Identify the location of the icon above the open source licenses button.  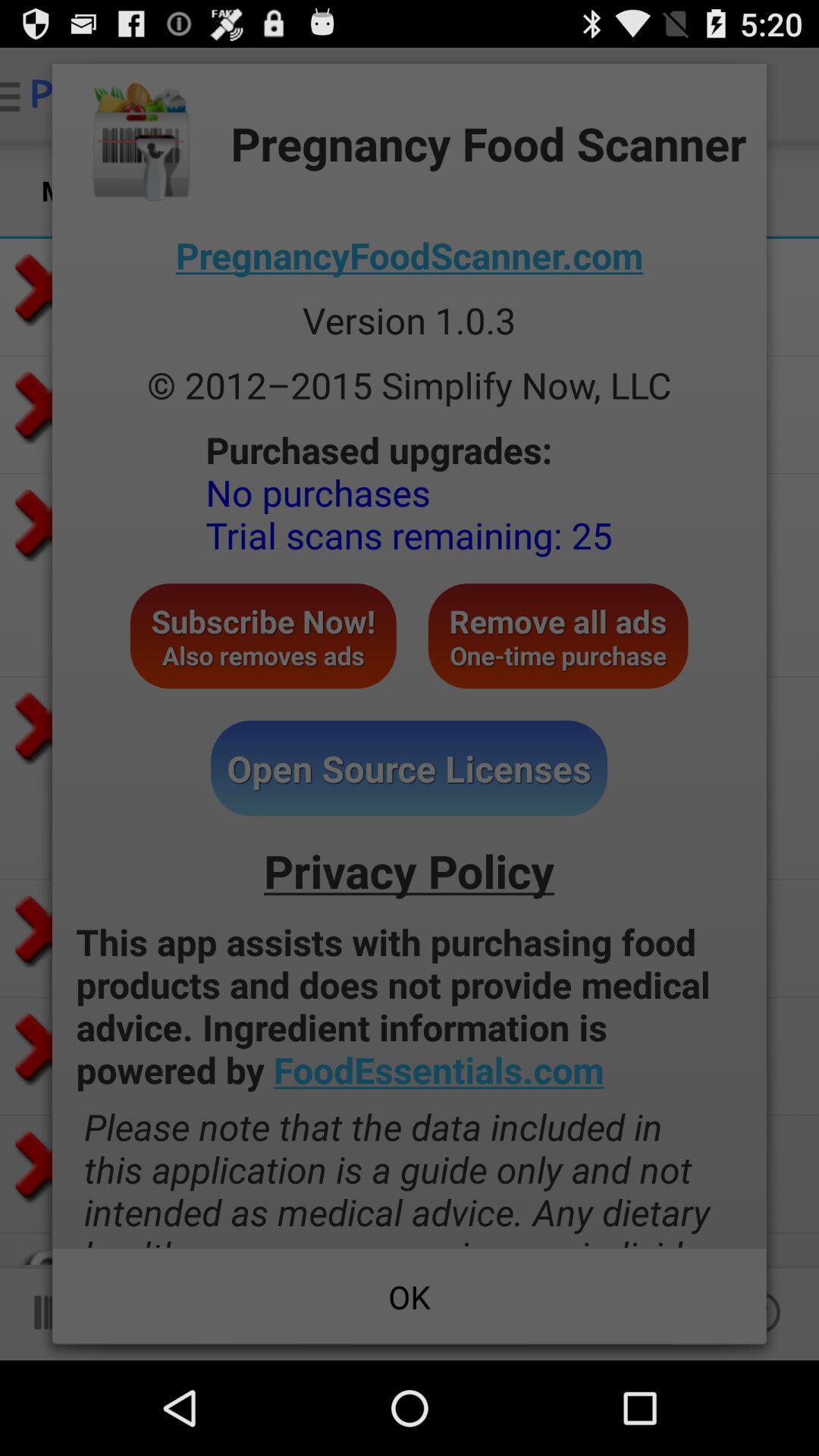
(262, 635).